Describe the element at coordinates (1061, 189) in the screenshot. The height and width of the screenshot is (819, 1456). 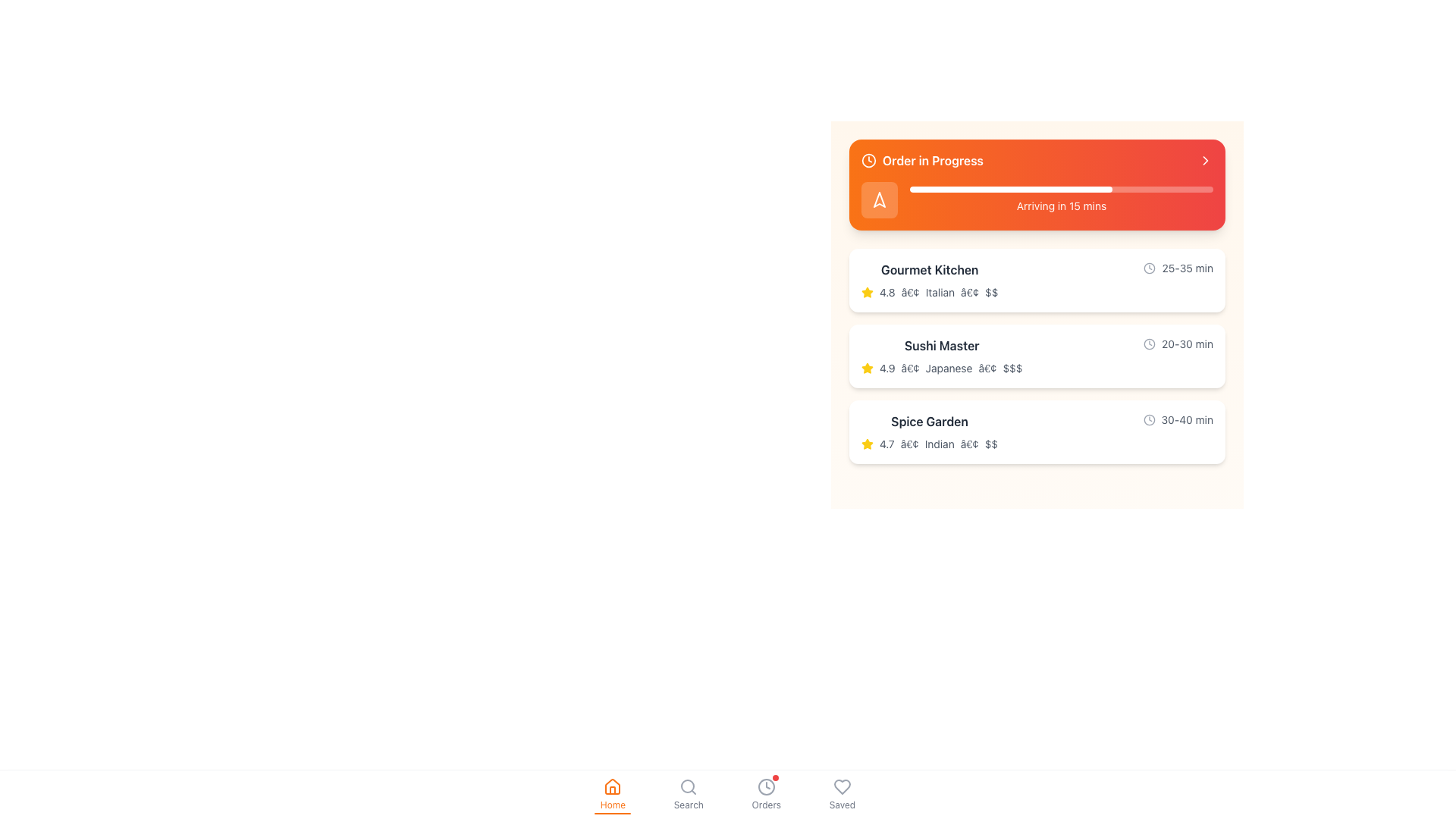
I see `the progress bar that visually represents the completion of an ongoing activity, located below the title in the 'Order in Progress' section` at that location.